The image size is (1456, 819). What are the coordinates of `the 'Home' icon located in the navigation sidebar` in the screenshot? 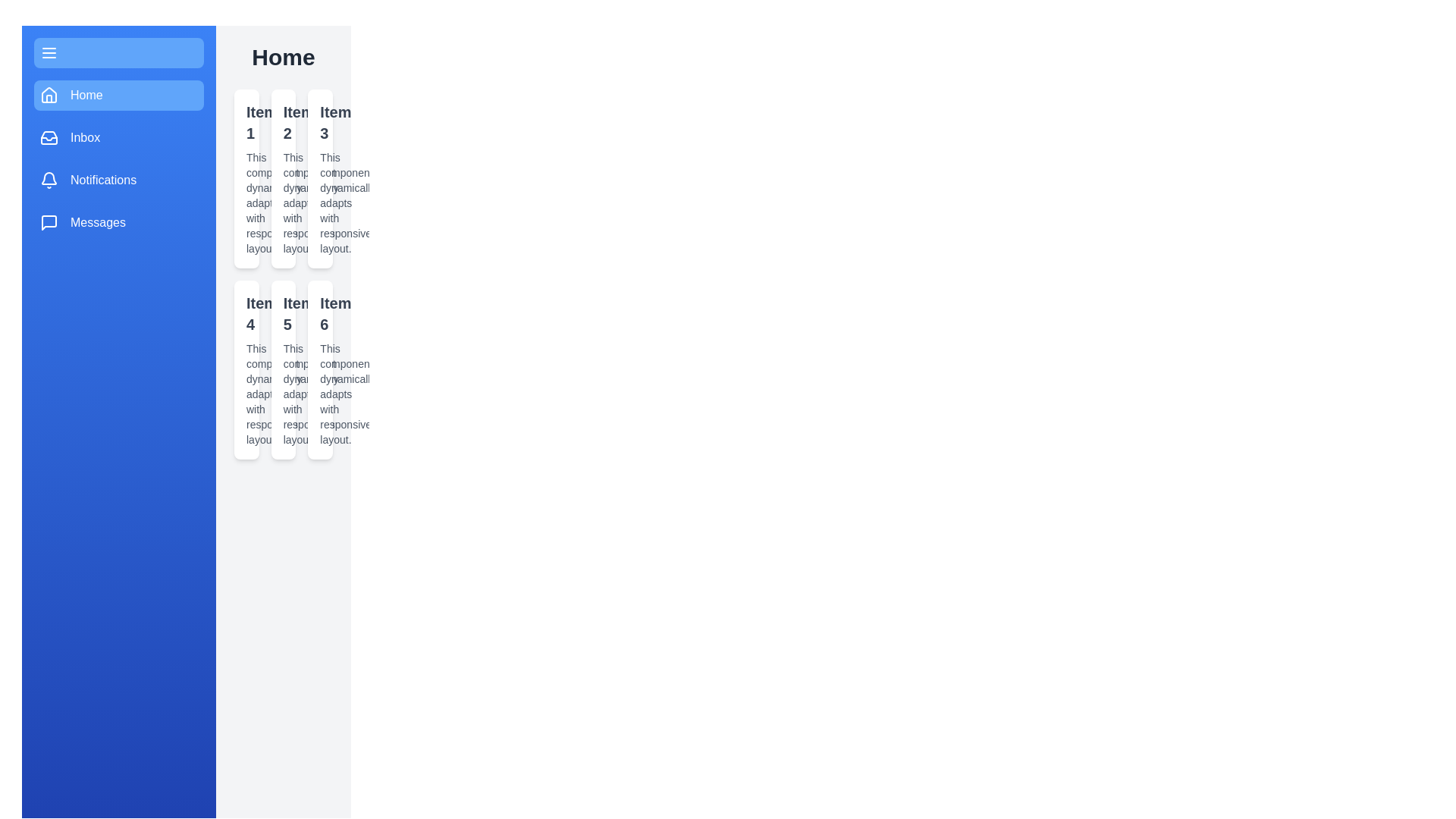 It's located at (49, 94).